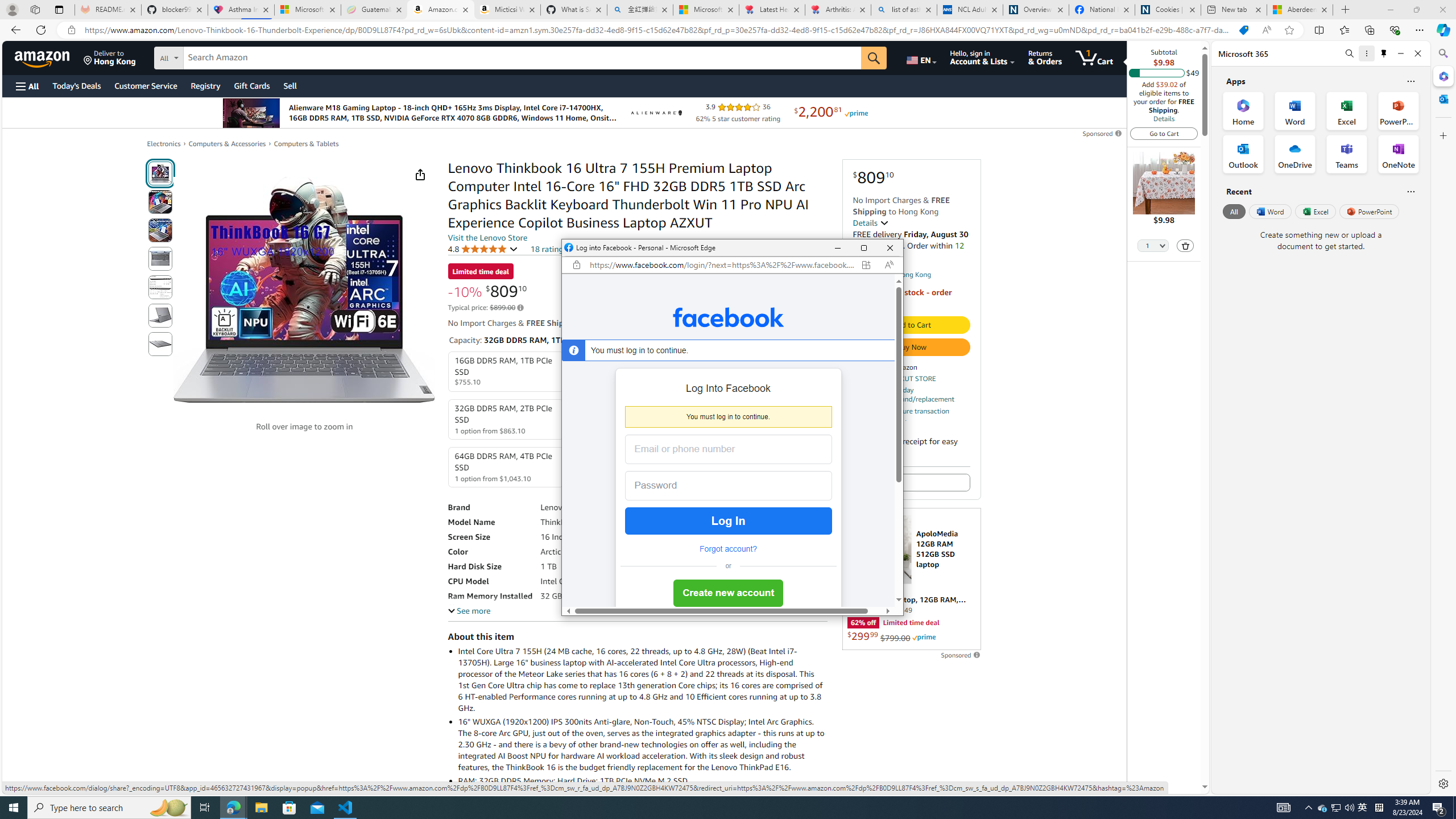  I want to click on 'Create new account', so click(728, 593).